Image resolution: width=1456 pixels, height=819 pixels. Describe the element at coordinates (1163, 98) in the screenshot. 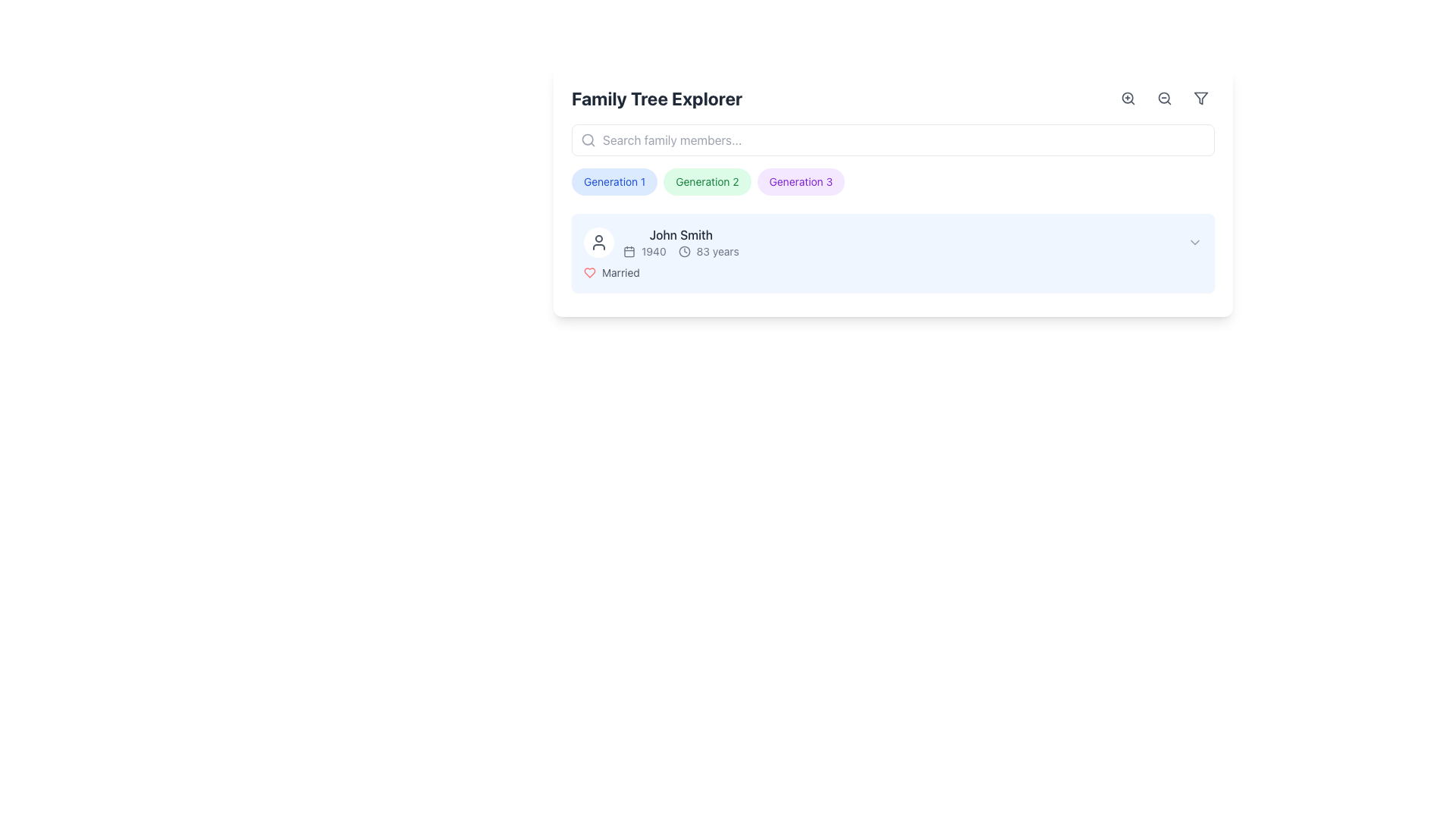

I see `the circular SVG element that represents the zoom out functionality in the magnifying glass icon located in the top-right section of the interface` at that location.